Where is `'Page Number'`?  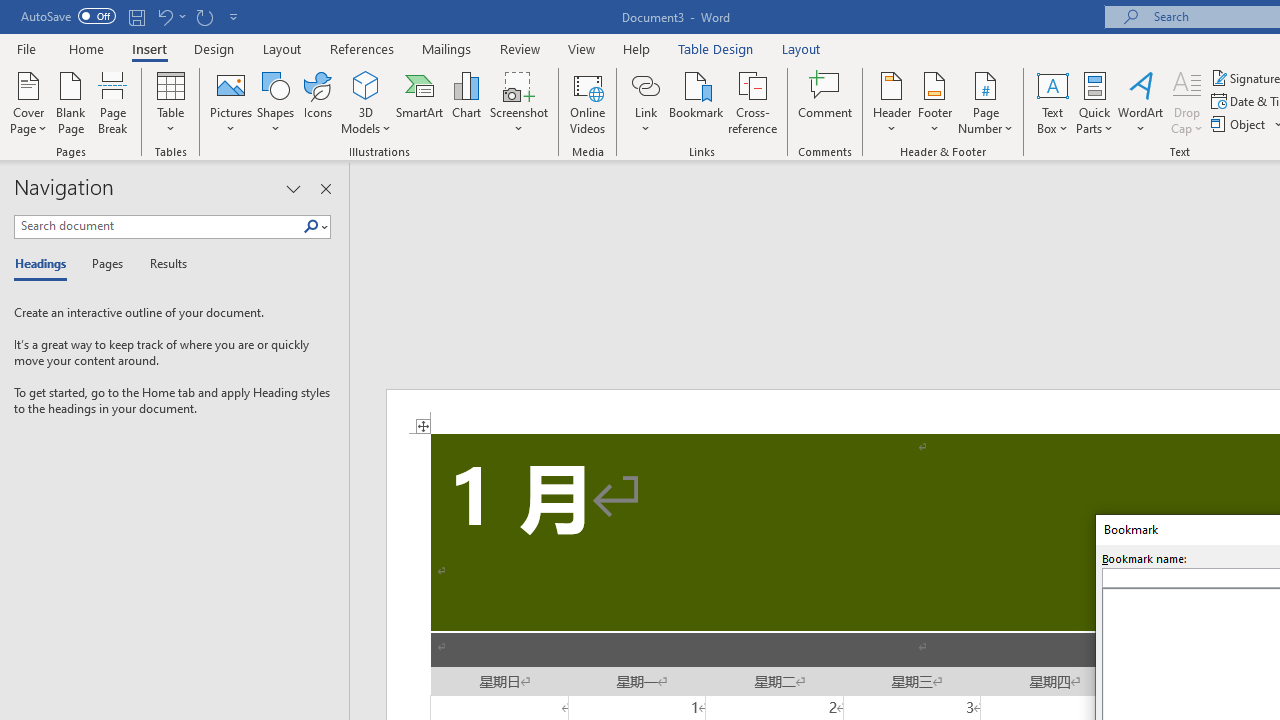 'Page Number' is located at coordinates (986, 103).